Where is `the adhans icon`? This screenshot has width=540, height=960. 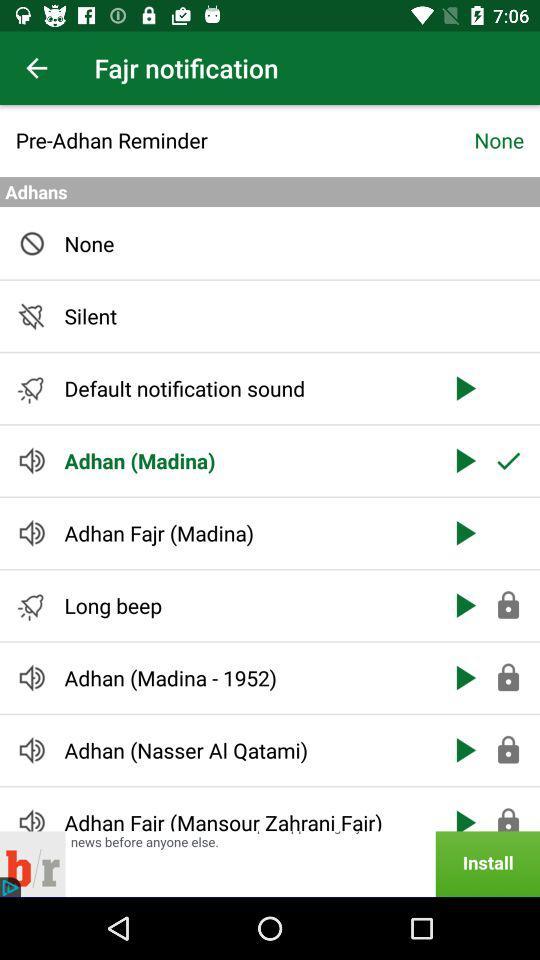 the adhans icon is located at coordinates (270, 192).